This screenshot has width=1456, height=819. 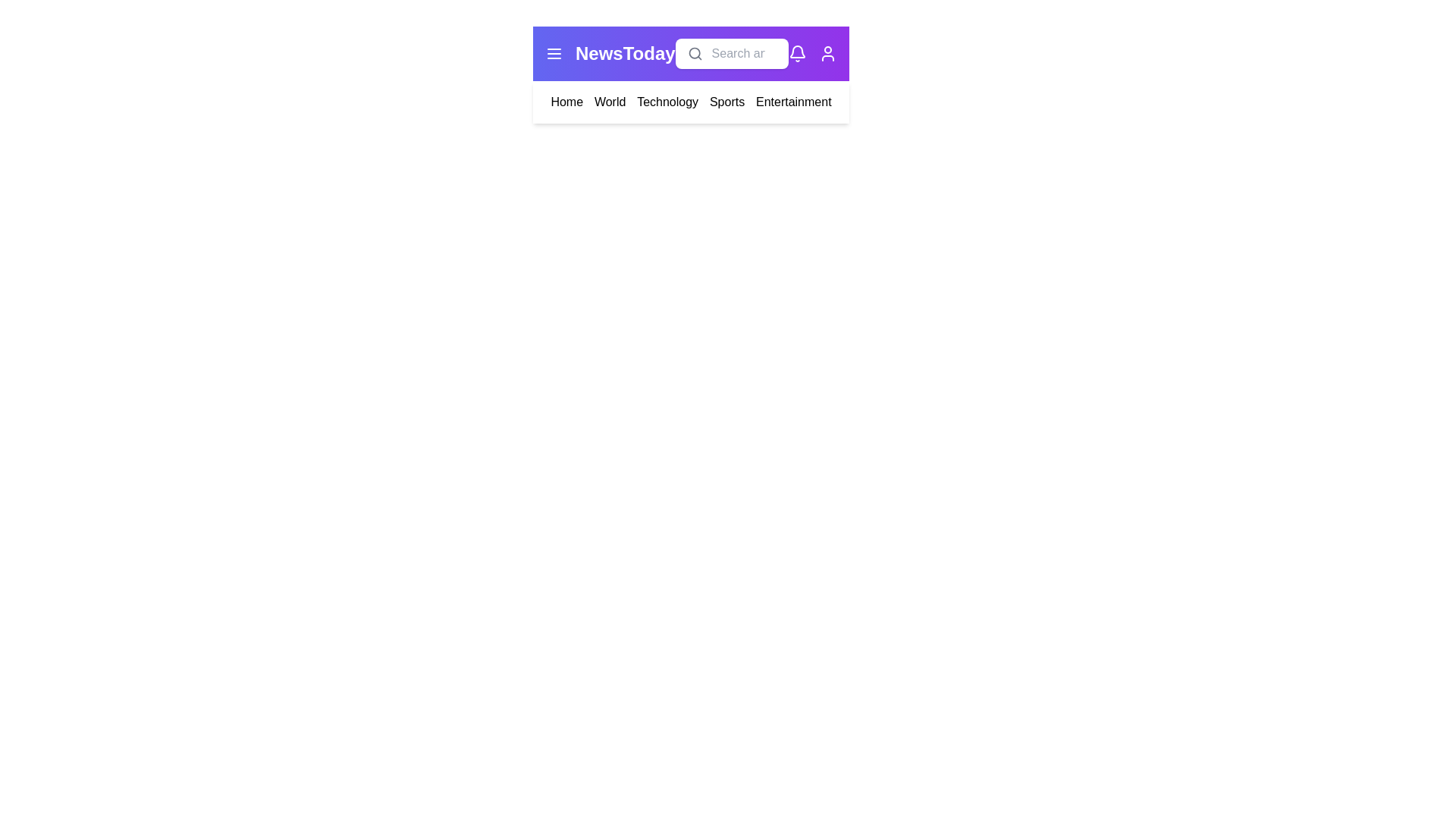 What do you see at coordinates (566, 102) in the screenshot?
I see `the navigation link for Home` at bounding box center [566, 102].